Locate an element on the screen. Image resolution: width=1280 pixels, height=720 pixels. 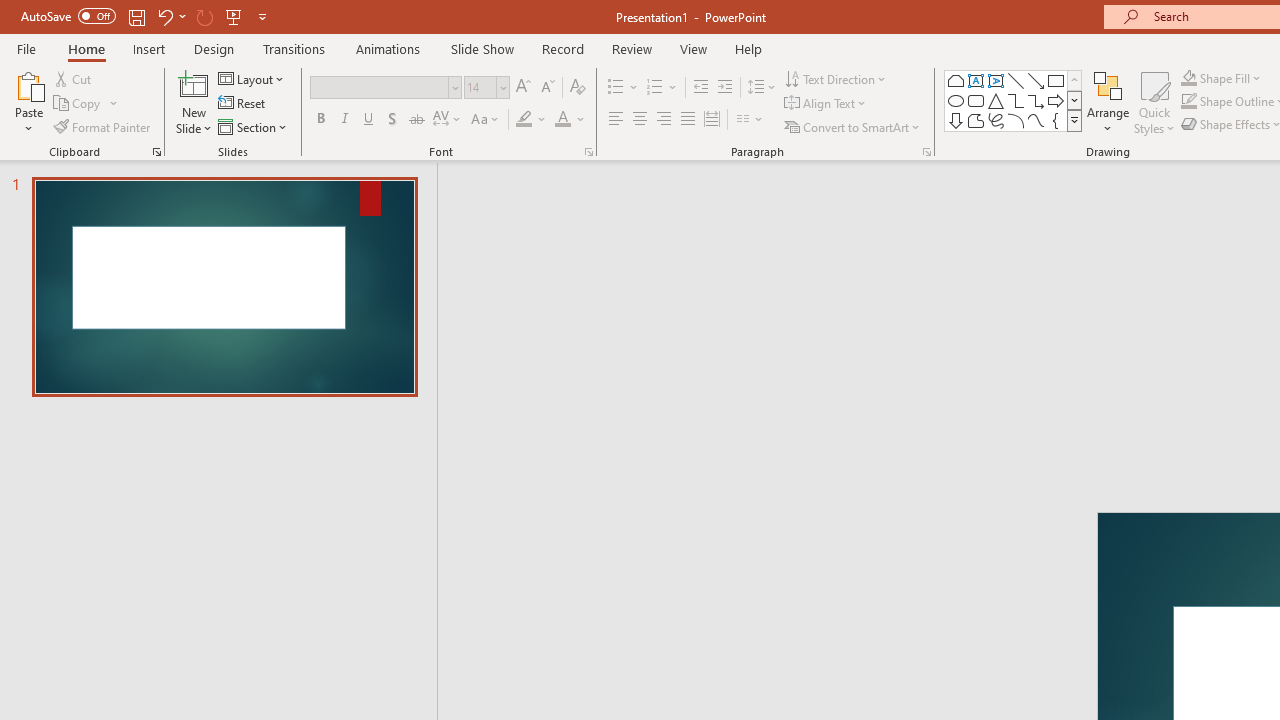
'Rectangle: Top Corners Snipped' is located at coordinates (955, 80).